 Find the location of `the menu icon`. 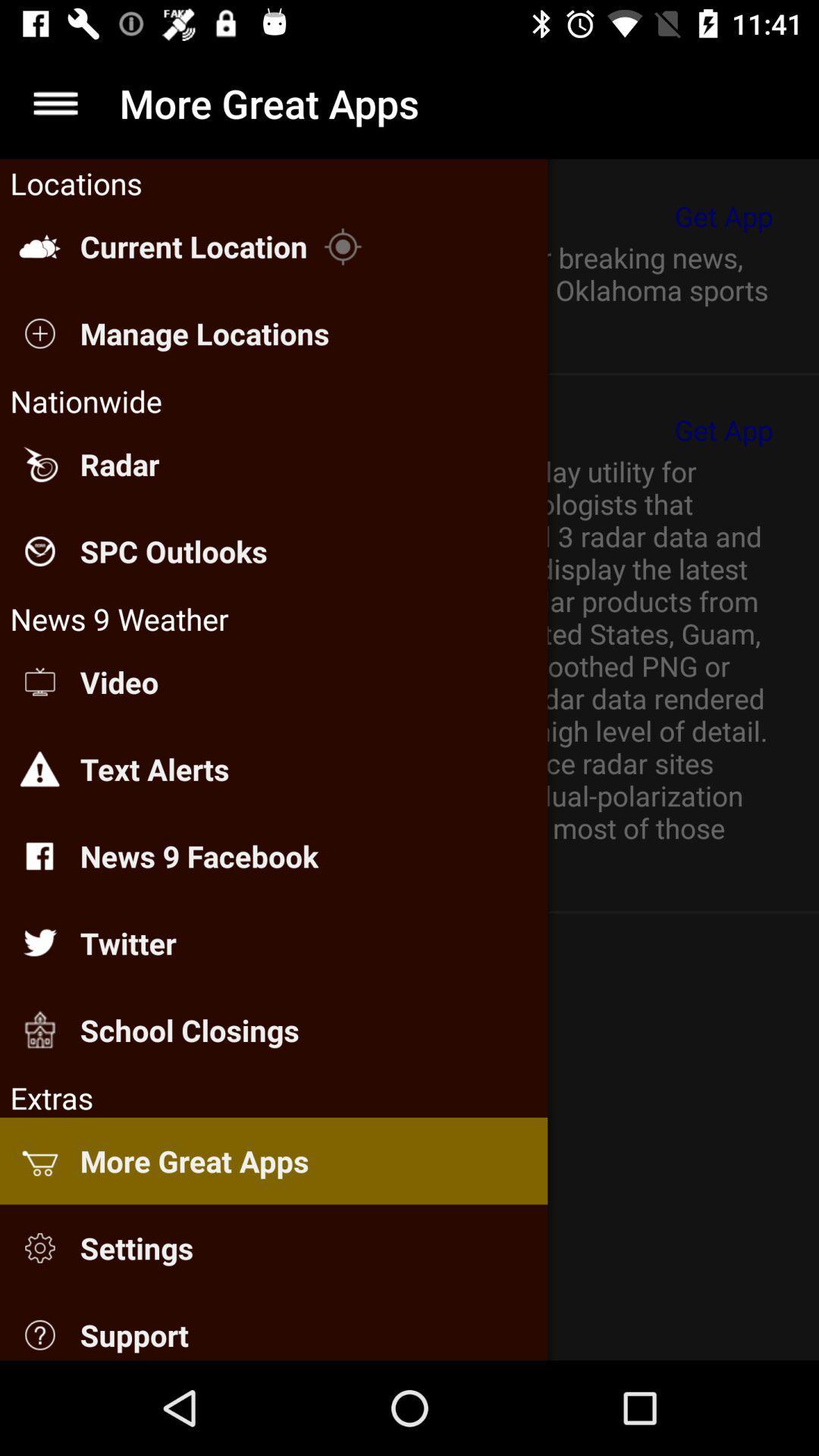

the menu icon is located at coordinates (55, 102).